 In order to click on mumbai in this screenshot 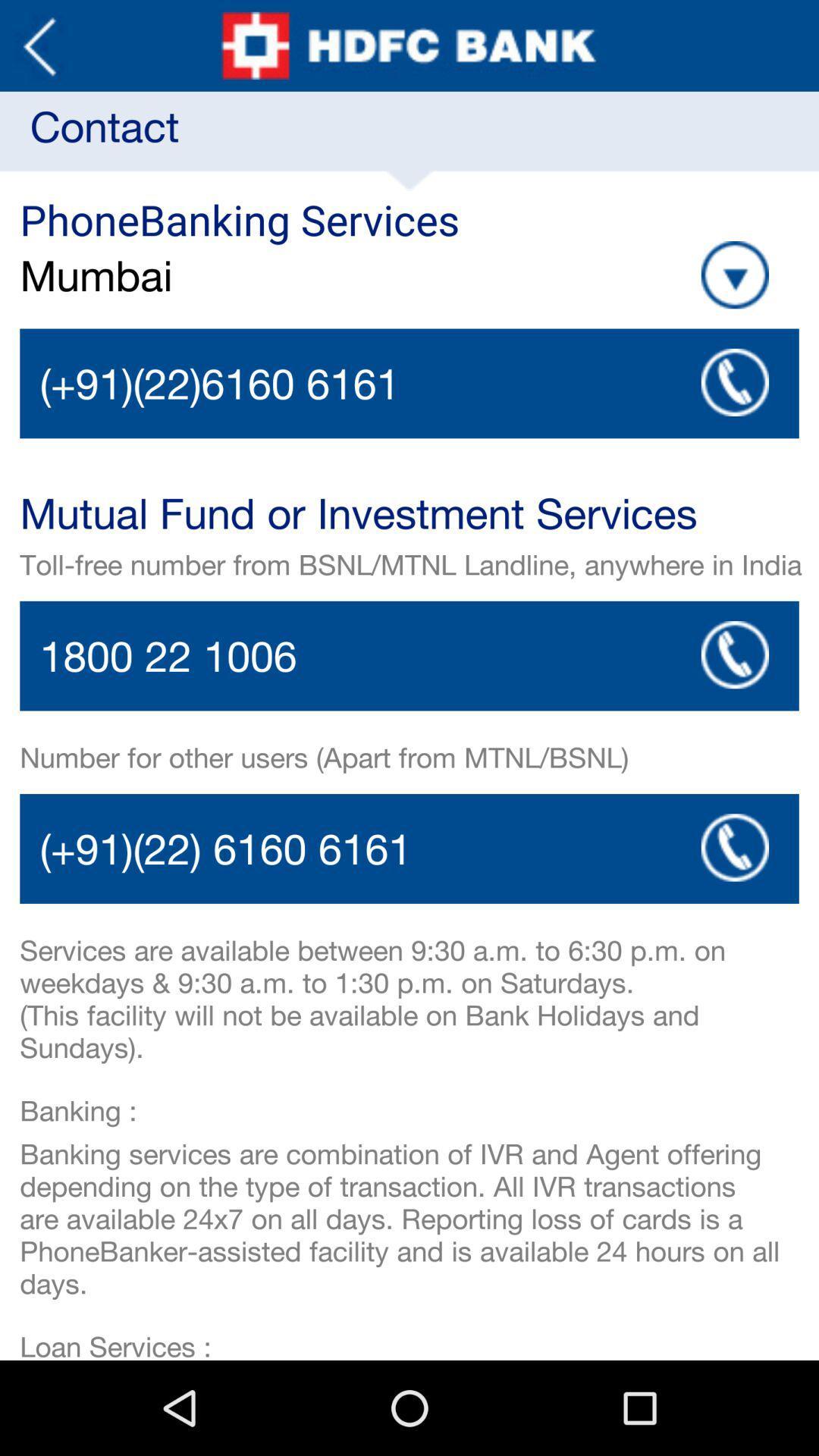, I will do `click(248, 275)`.